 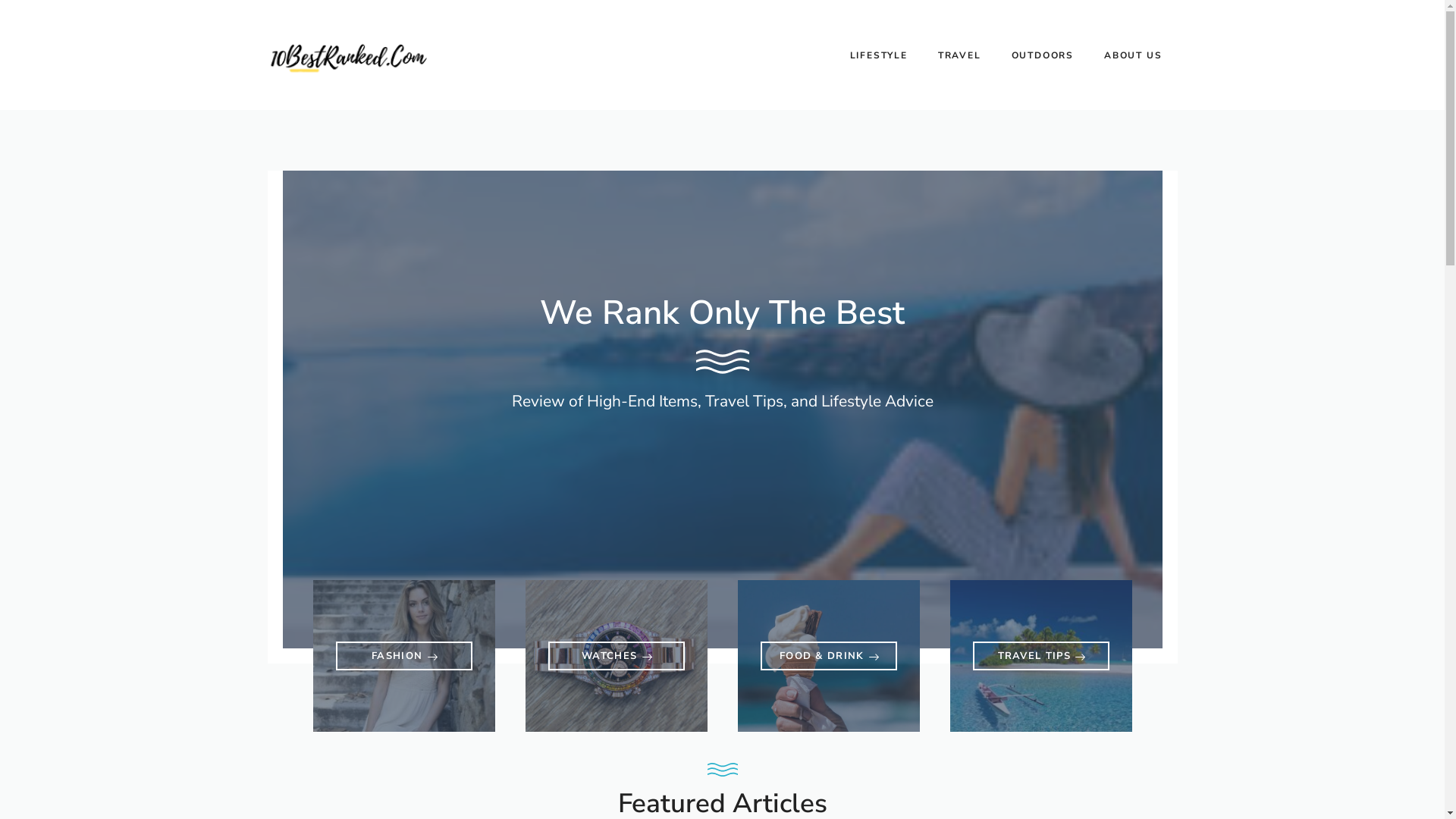 I want to click on 'ABOUT US', so click(x=1132, y=54).